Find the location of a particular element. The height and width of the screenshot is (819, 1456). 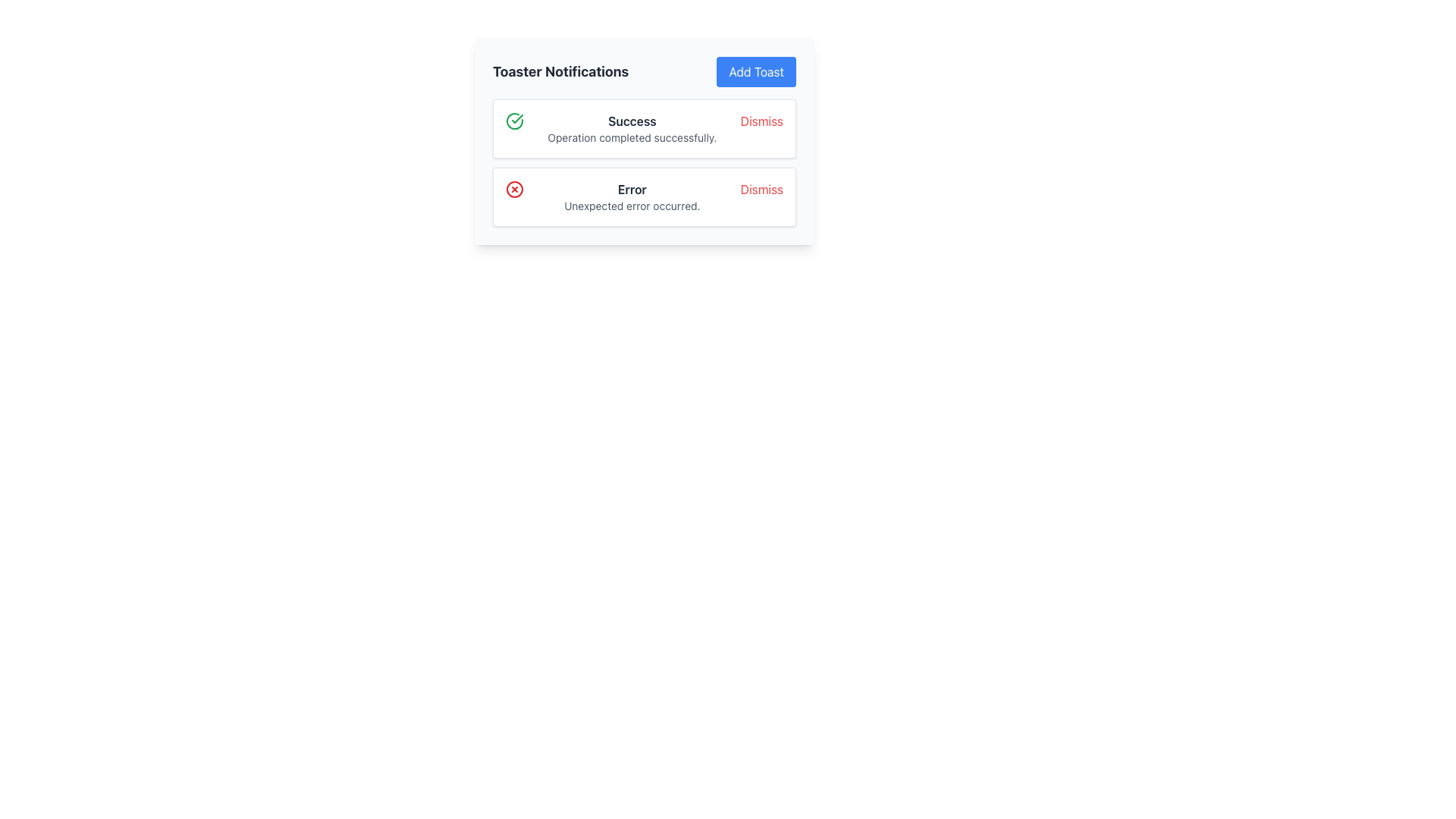

text label that serves as the header for the notification message indicating an issue, which is labeled 'ErrorUnexpected error occurred.' is located at coordinates (632, 189).